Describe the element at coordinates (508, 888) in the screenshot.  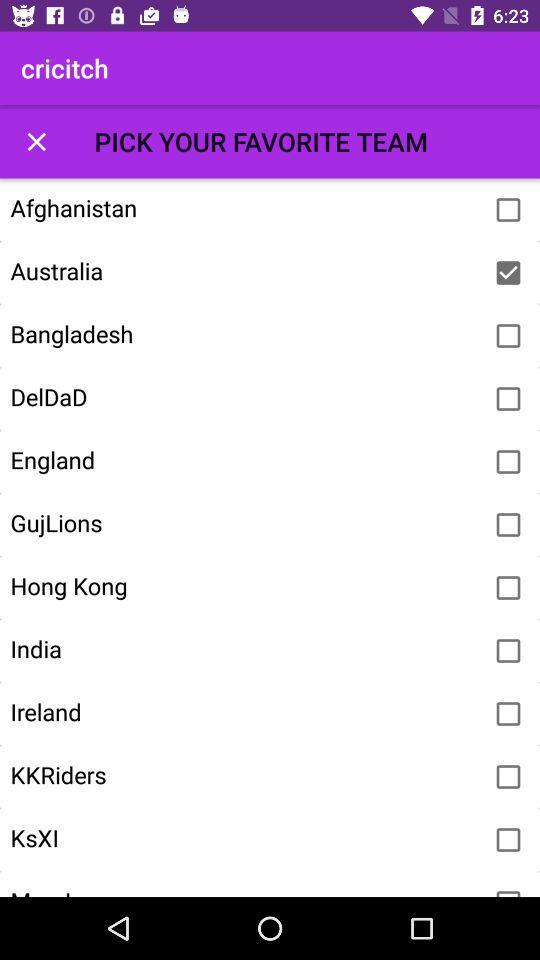
I see `option` at that location.